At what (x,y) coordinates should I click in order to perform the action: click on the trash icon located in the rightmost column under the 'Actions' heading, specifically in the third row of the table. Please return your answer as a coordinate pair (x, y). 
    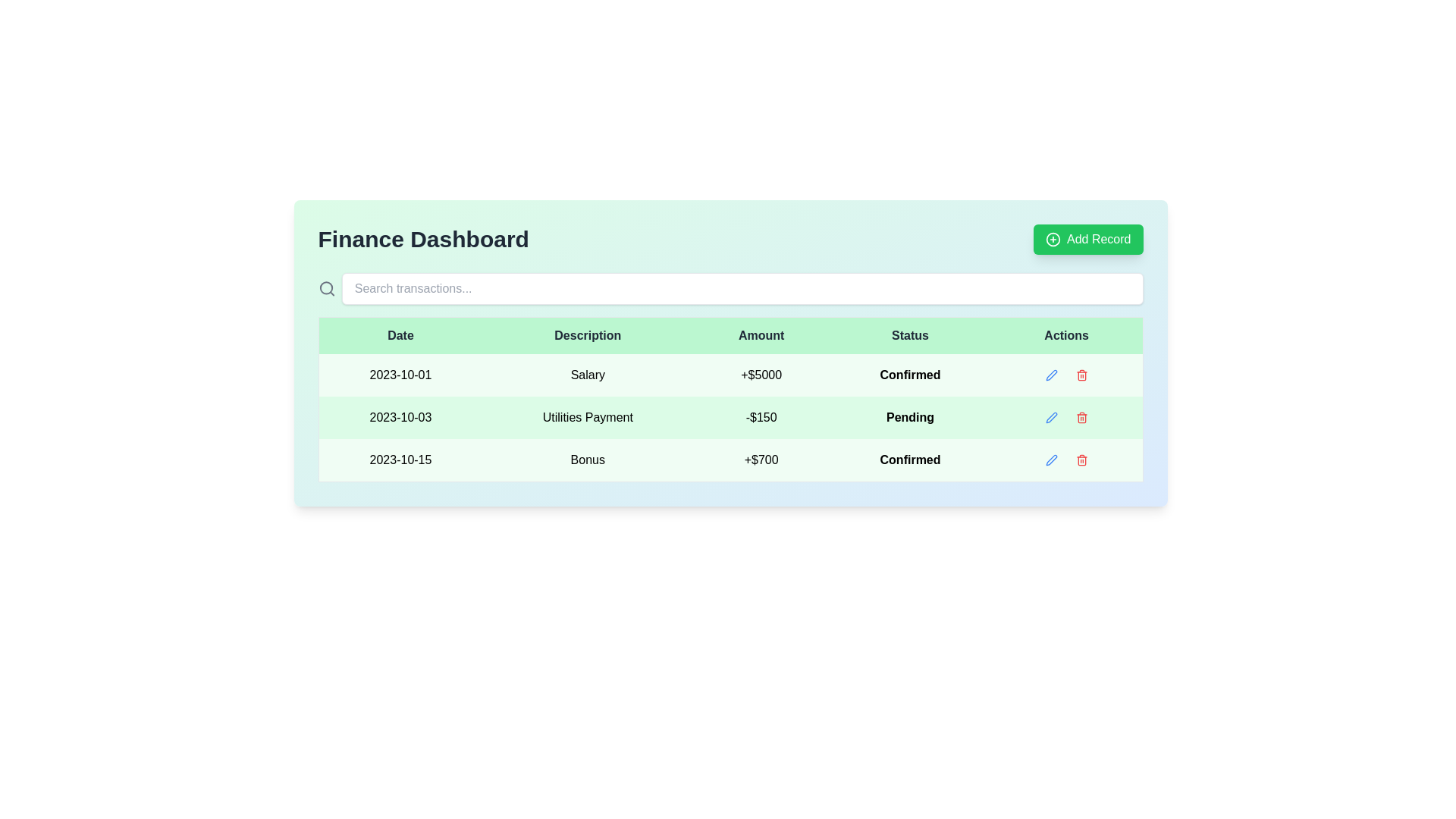
    Looking at the image, I should click on (1081, 460).